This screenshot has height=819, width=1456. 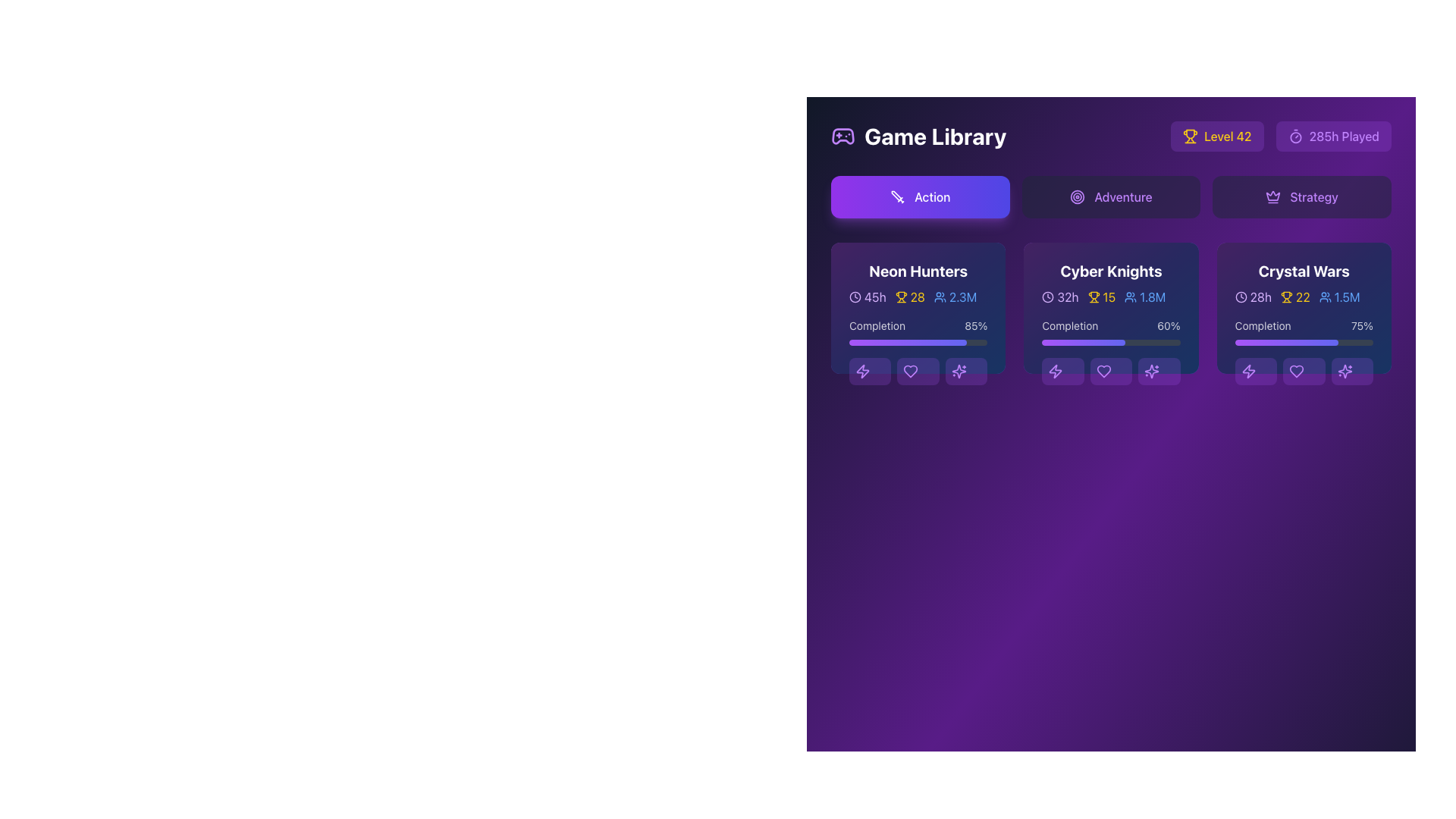 I want to click on the rightmost button in the horizontal group of three buttons, which is used for selecting the 'Strategy' category, so click(x=1301, y=196).